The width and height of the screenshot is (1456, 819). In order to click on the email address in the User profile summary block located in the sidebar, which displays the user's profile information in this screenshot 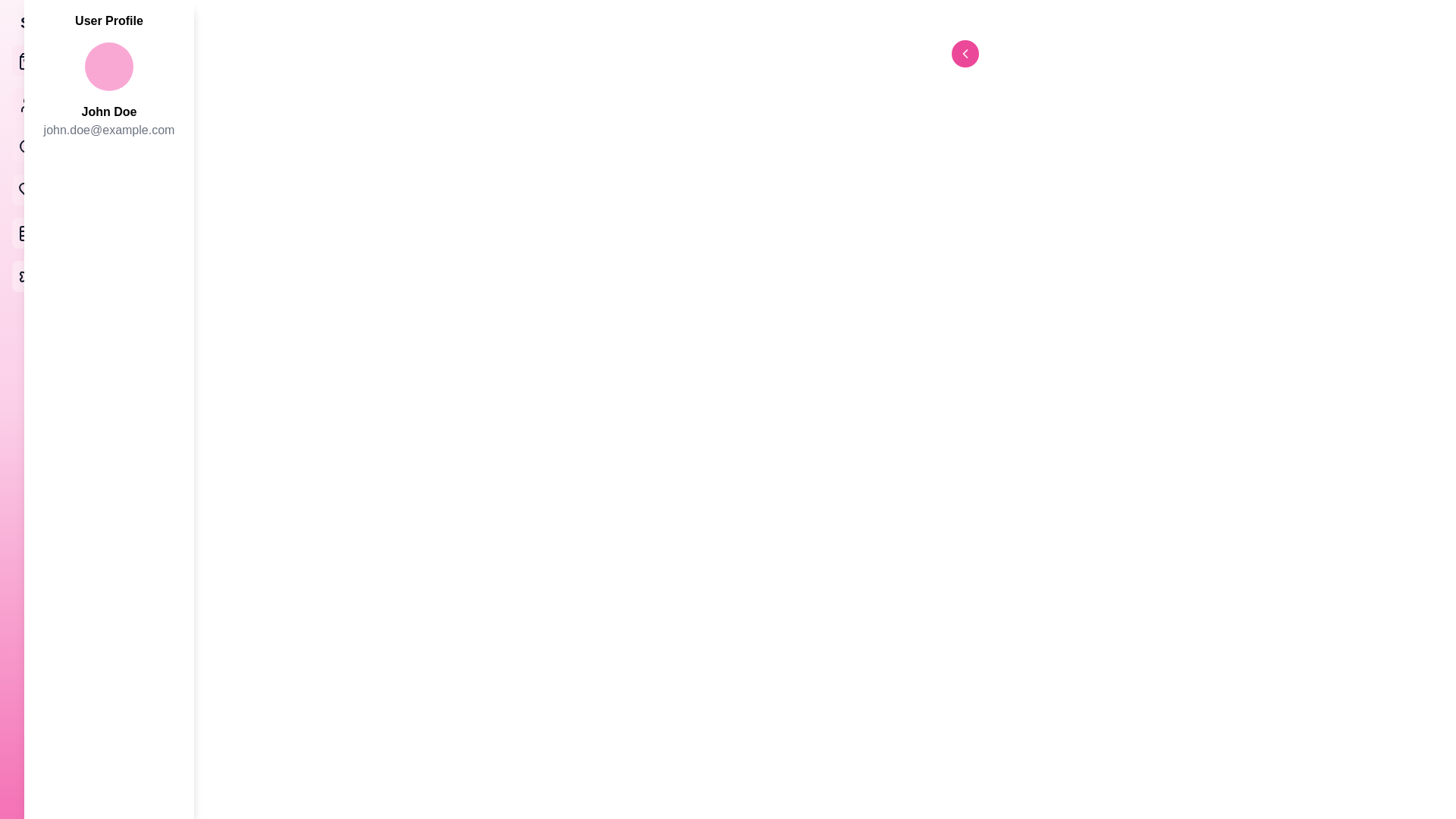, I will do `click(108, 96)`.